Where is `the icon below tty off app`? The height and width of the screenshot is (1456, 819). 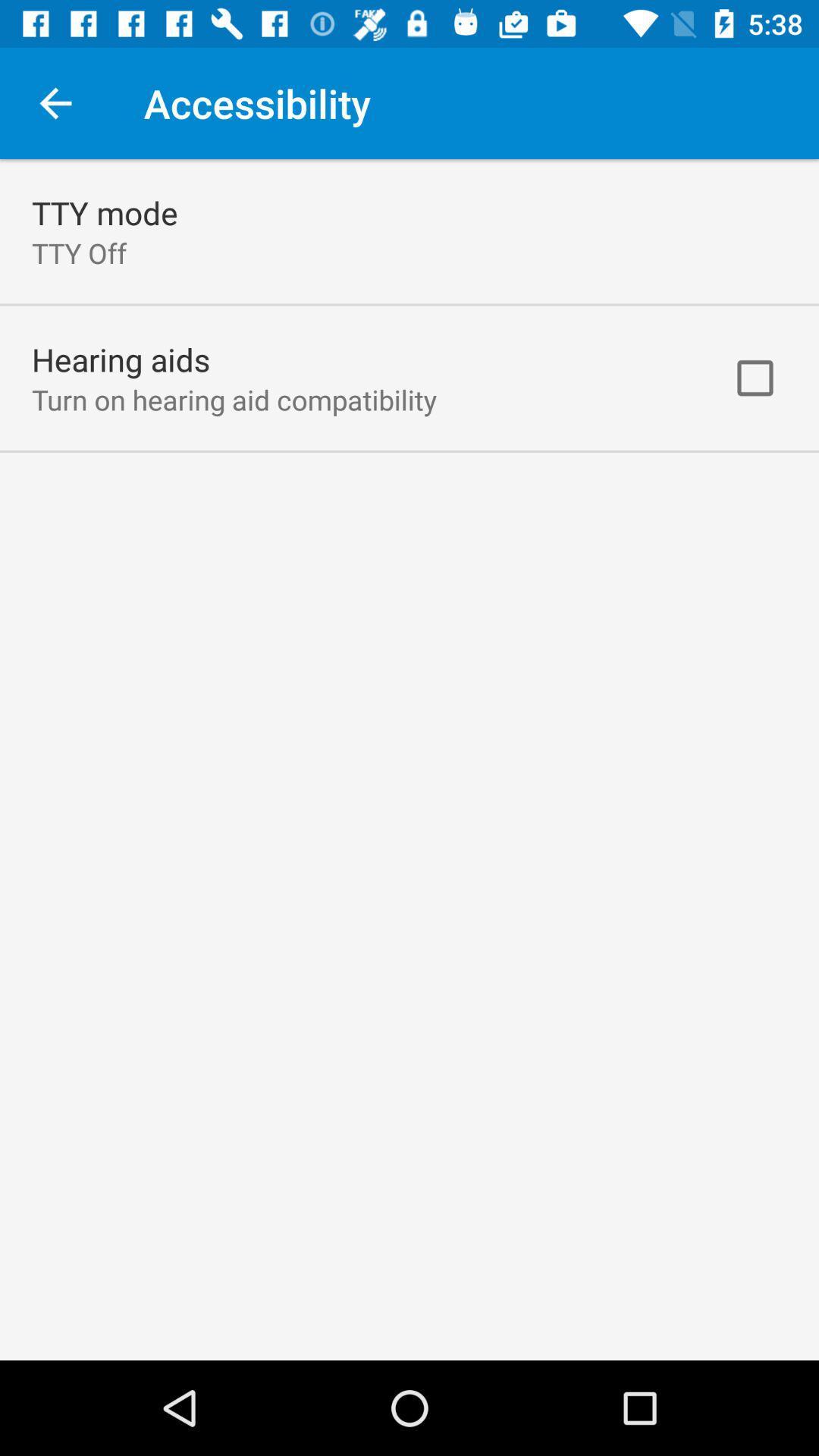
the icon below tty off app is located at coordinates (120, 359).